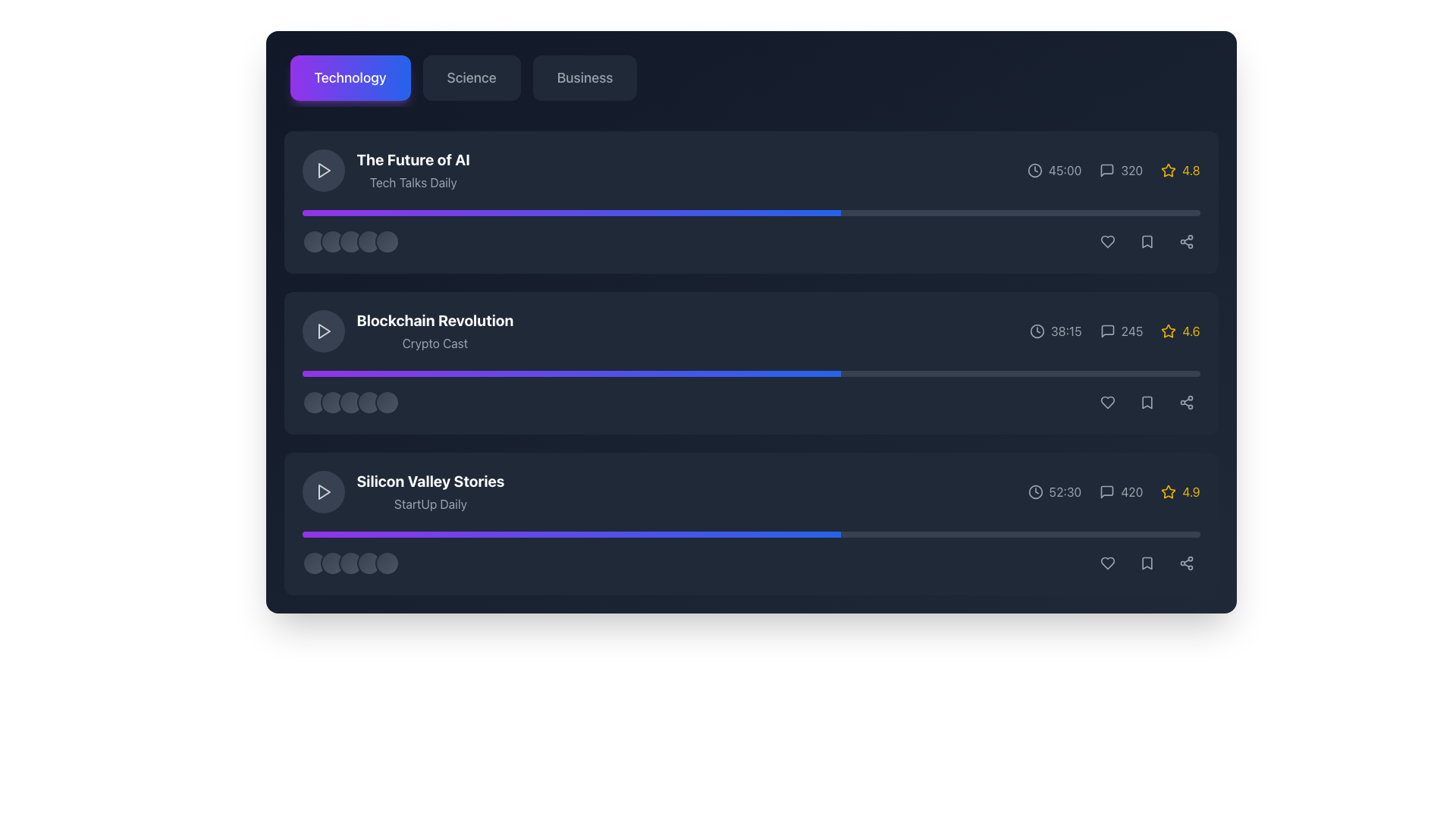 This screenshot has height=819, width=1456. Describe the element at coordinates (313, 563) in the screenshot. I see `the first circular indicator in the 'Silicon Valley Stories' section, located below the progress bar` at that location.